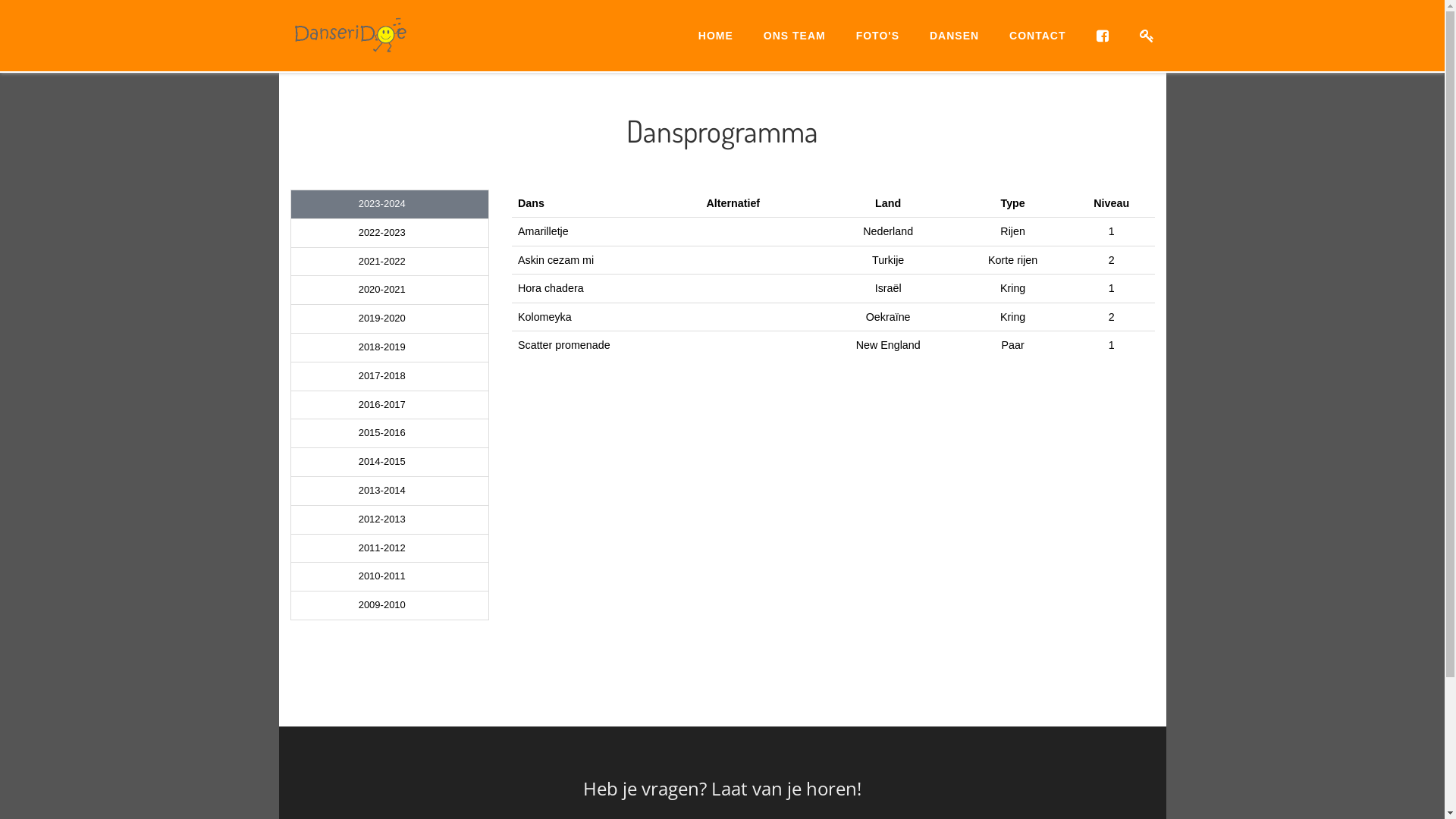  What do you see at coordinates (291, 548) in the screenshot?
I see `'2011-2012'` at bounding box center [291, 548].